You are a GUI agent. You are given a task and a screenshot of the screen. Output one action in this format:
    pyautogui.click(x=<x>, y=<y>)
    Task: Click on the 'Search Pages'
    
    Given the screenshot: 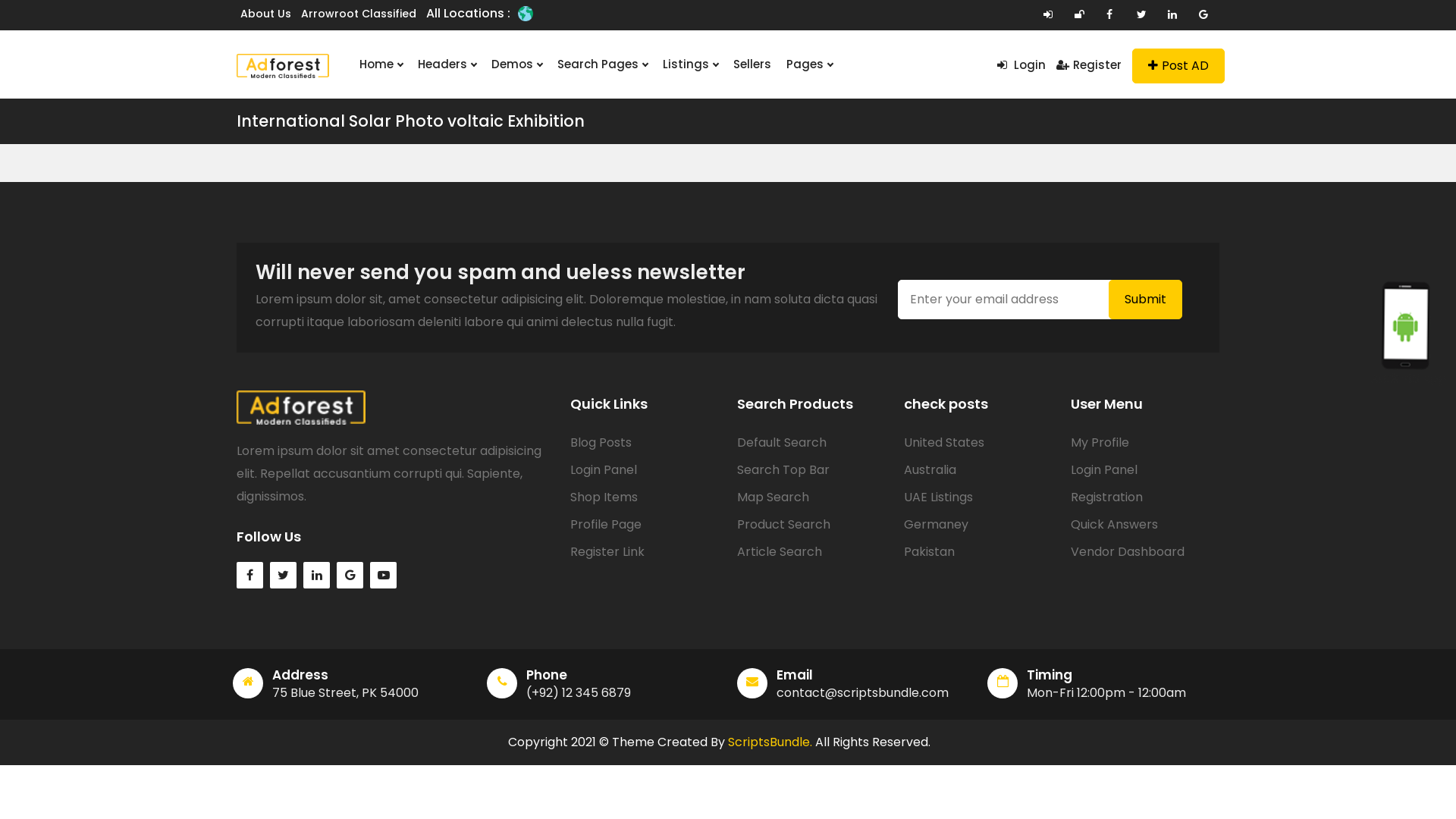 What is the action you would take?
    pyautogui.click(x=548, y=63)
    